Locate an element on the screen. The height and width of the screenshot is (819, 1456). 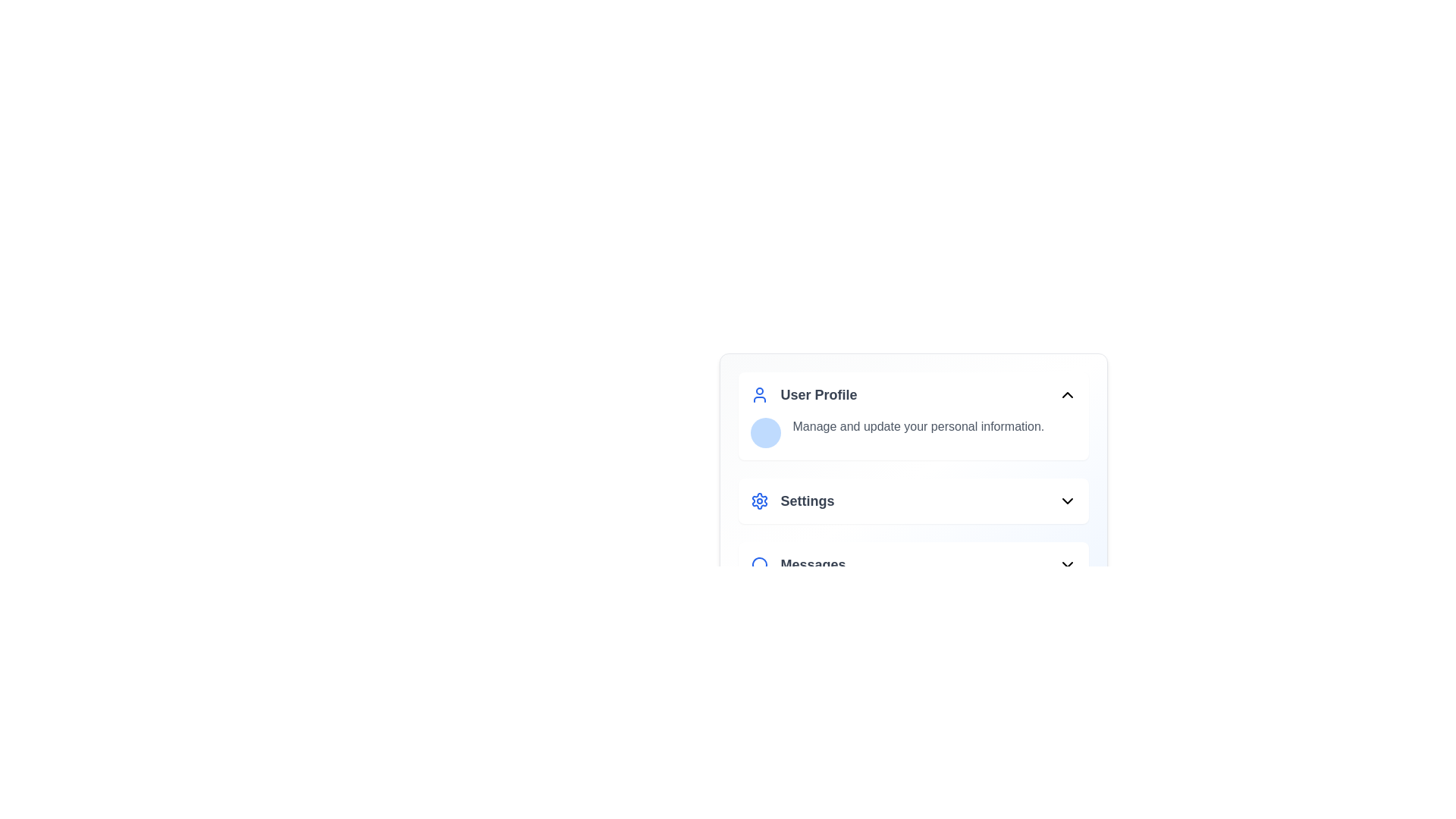
the profile section text label is located at coordinates (803, 394).